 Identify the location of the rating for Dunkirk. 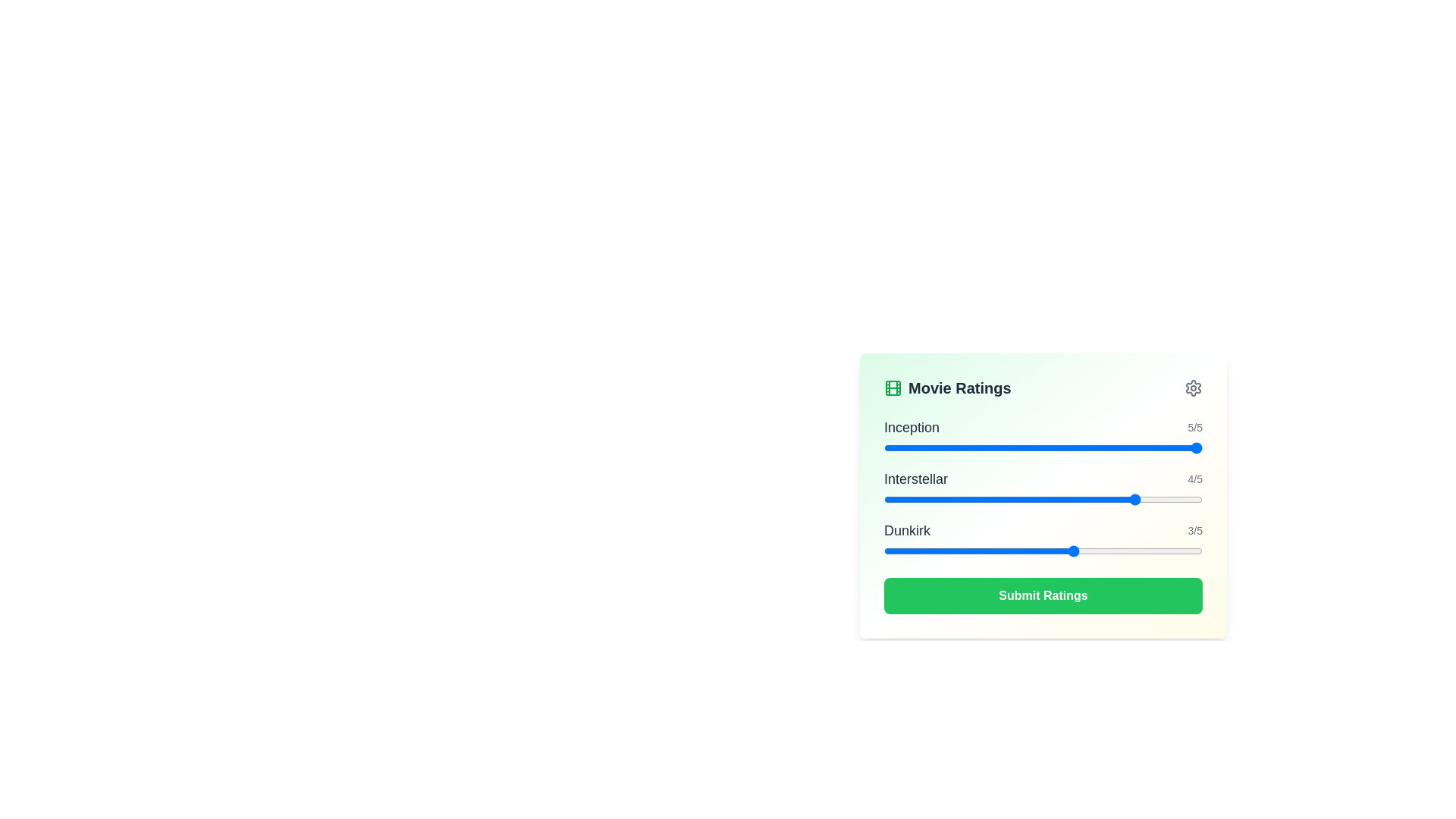
(1074, 551).